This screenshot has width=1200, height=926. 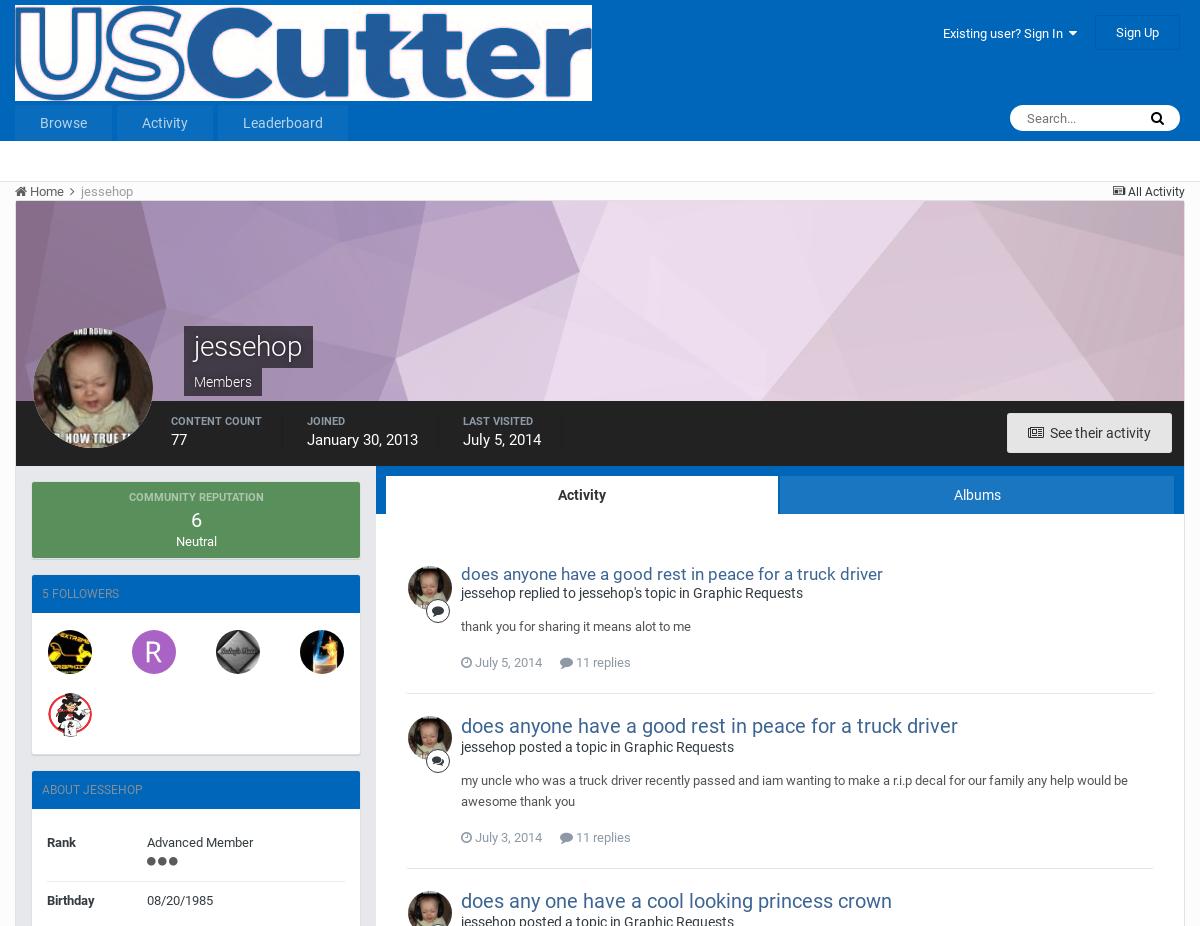 What do you see at coordinates (47, 842) in the screenshot?
I see `'Rank'` at bounding box center [47, 842].